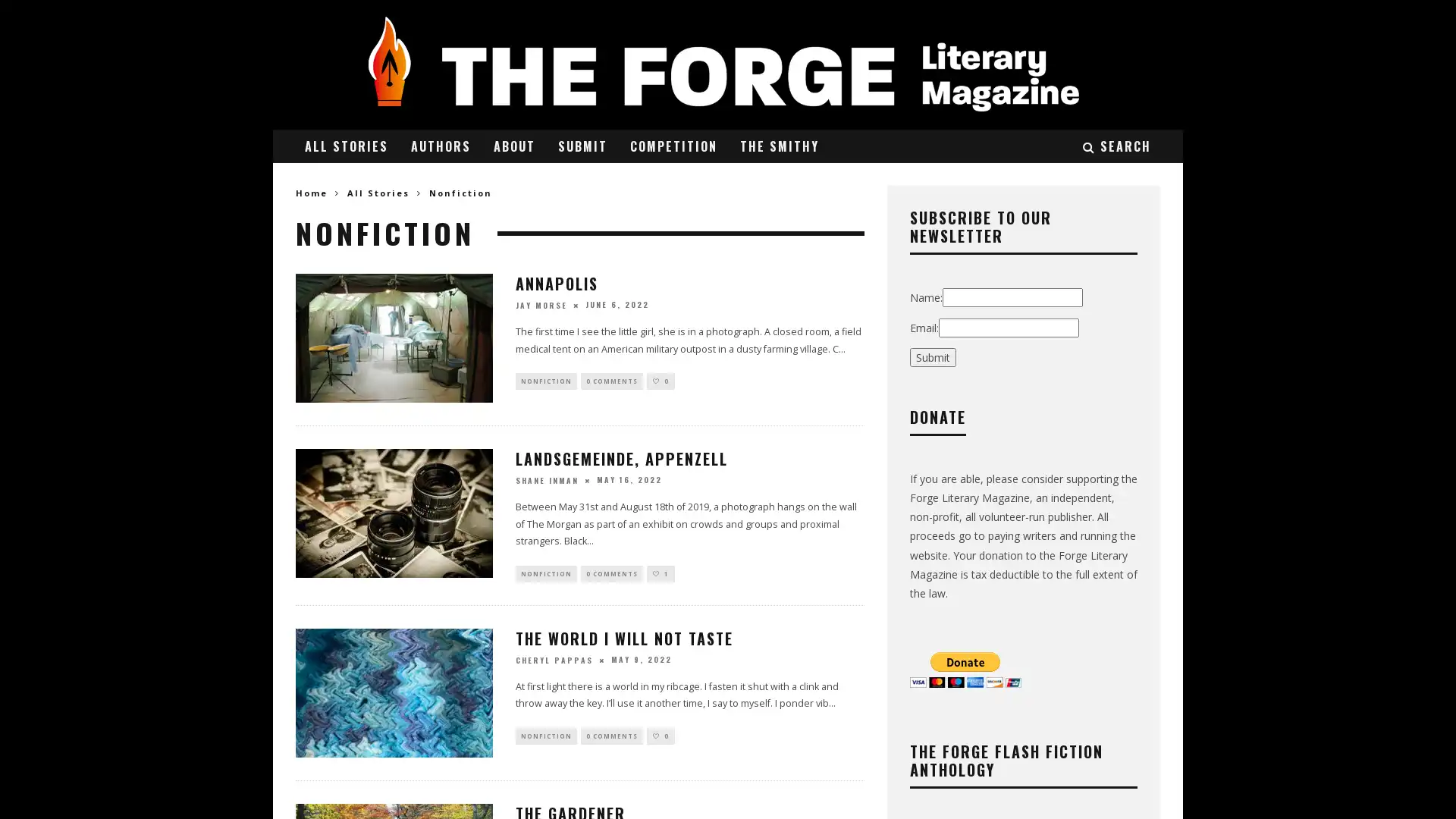 The height and width of the screenshot is (819, 1456). Describe the element at coordinates (932, 356) in the screenshot. I see `Submit` at that location.